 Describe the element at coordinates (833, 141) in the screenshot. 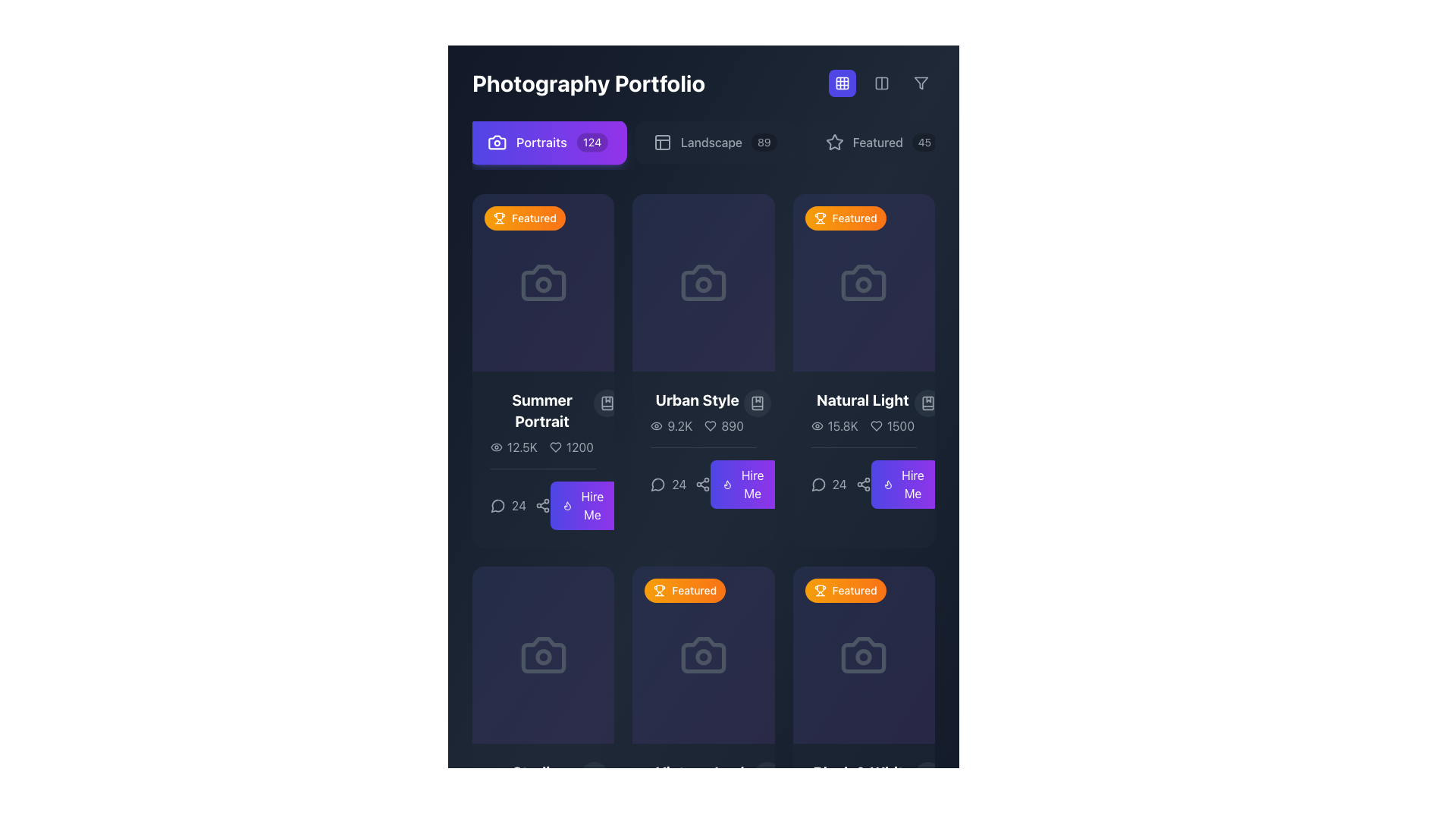

I see `the star-shaped icon located near the top-right corner of the interface` at that location.